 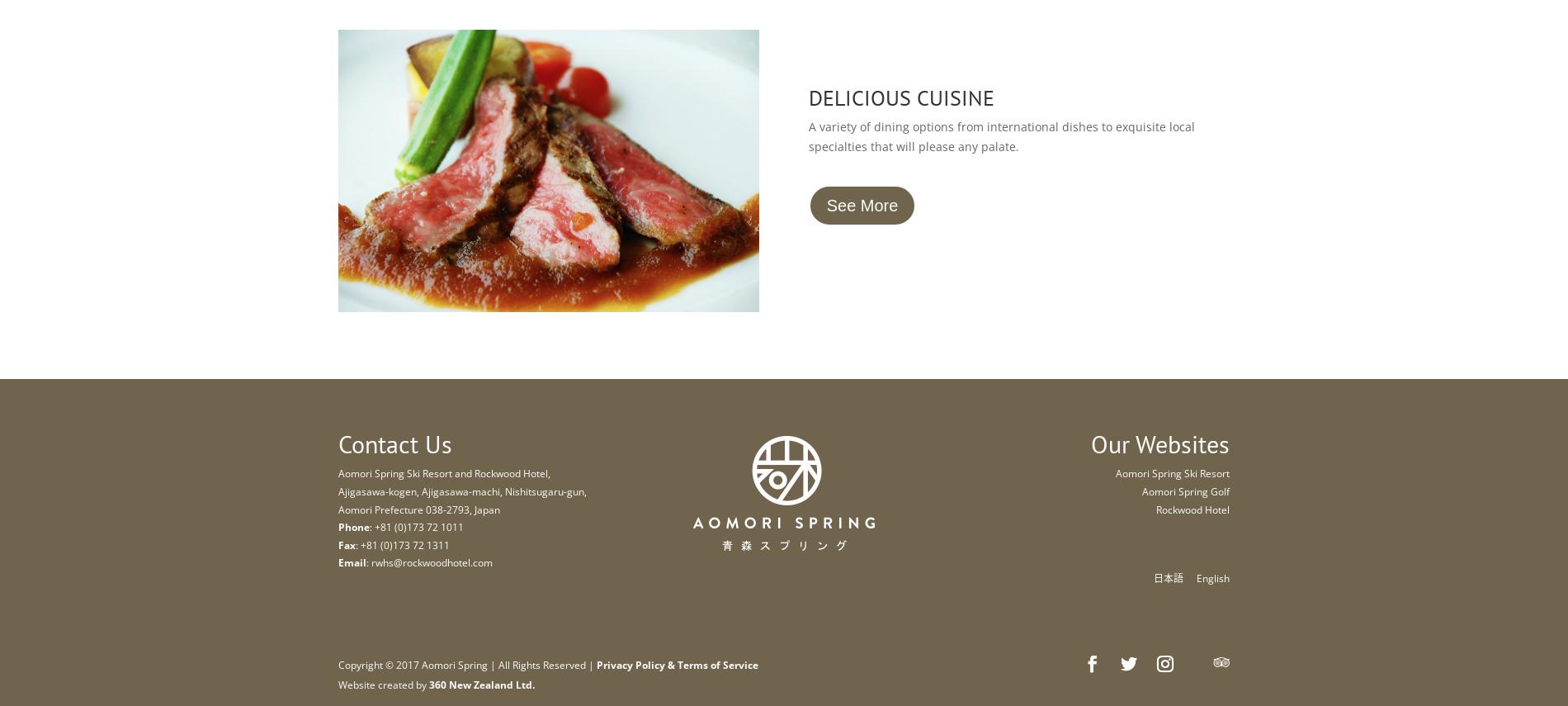 What do you see at coordinates (346, 544) in the screenshot?
I see `'Fax'` at bounding box center [346, 544].